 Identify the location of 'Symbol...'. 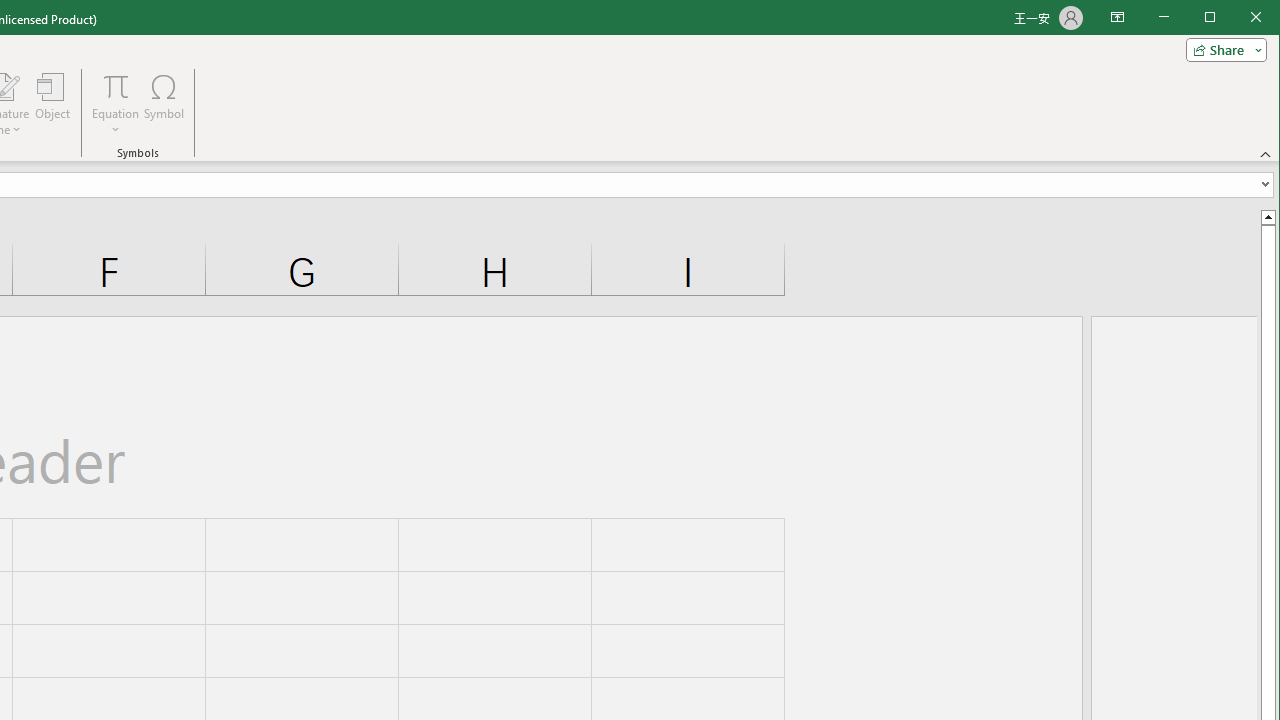
(164, 104).